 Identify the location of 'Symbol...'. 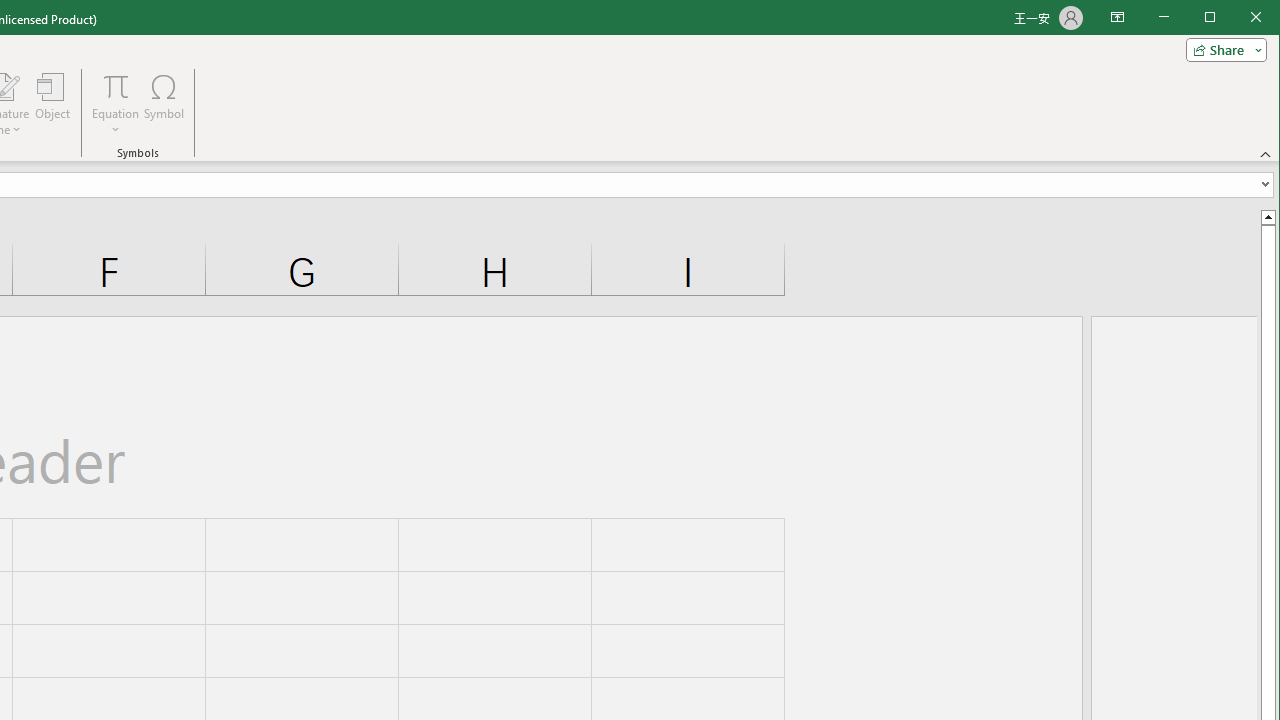
(164, 104).